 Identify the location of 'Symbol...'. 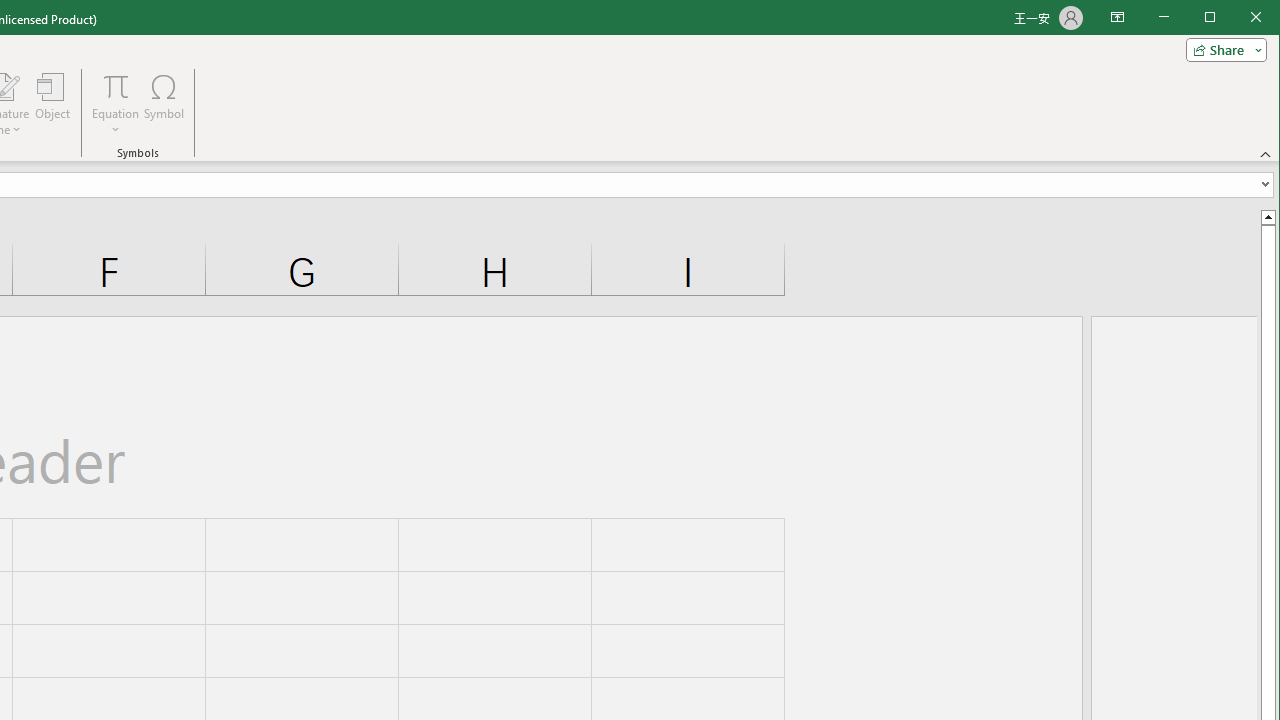
(164, 104).